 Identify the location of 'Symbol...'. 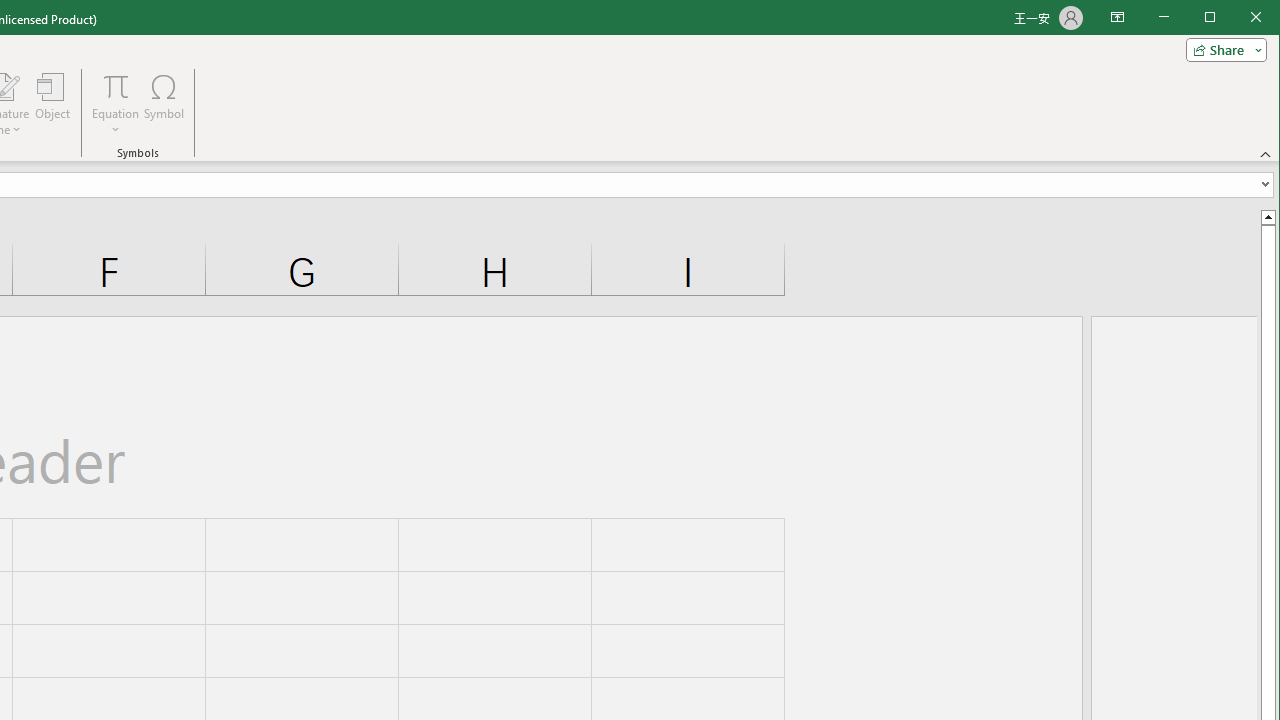
(164, 104).